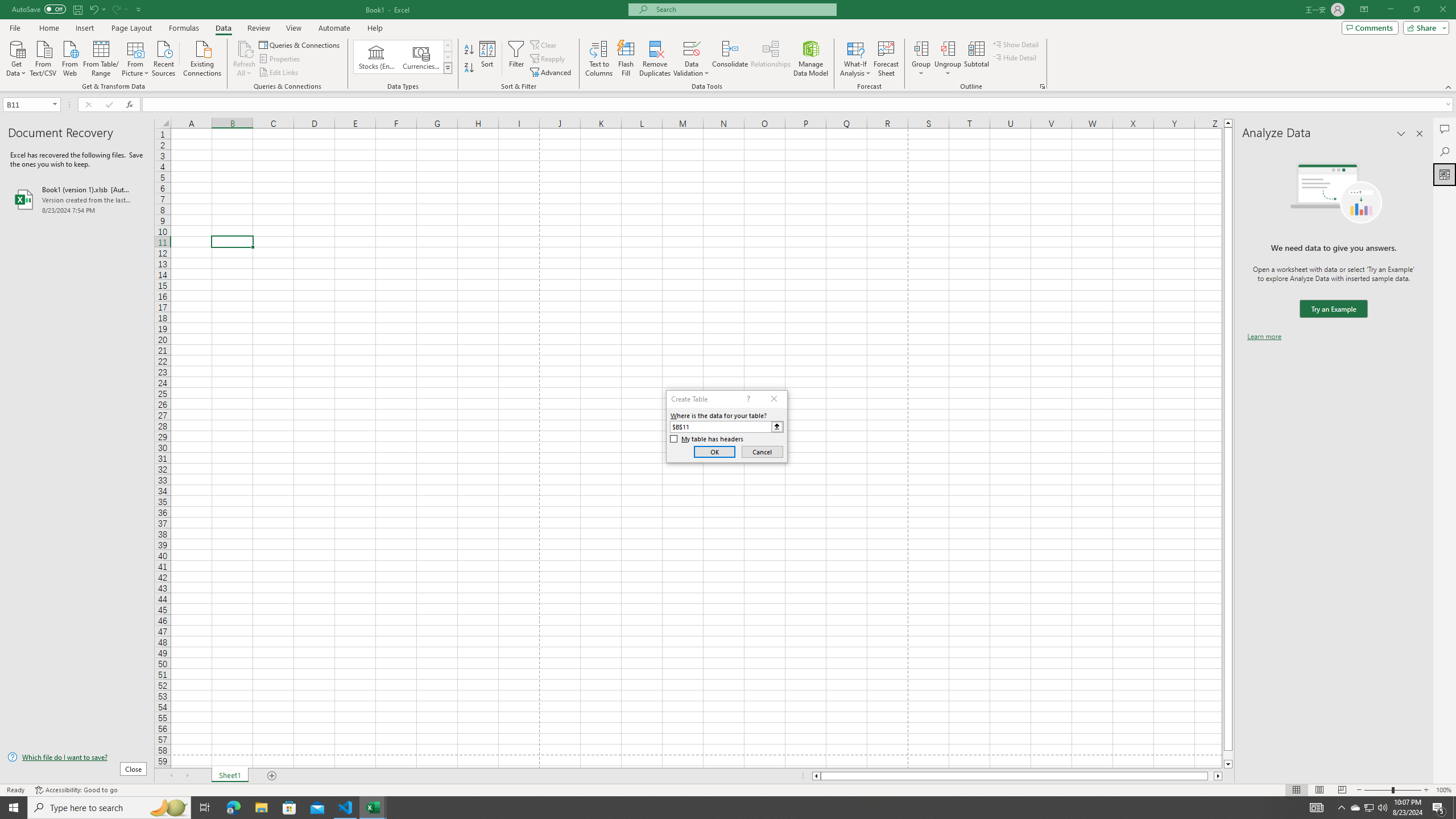 This screenshot has height=819, width=1456. What do you see at coordinates (810, 59) in the screenshot?
I see `'Manage Data Model'` at bounding box center [810, 59].